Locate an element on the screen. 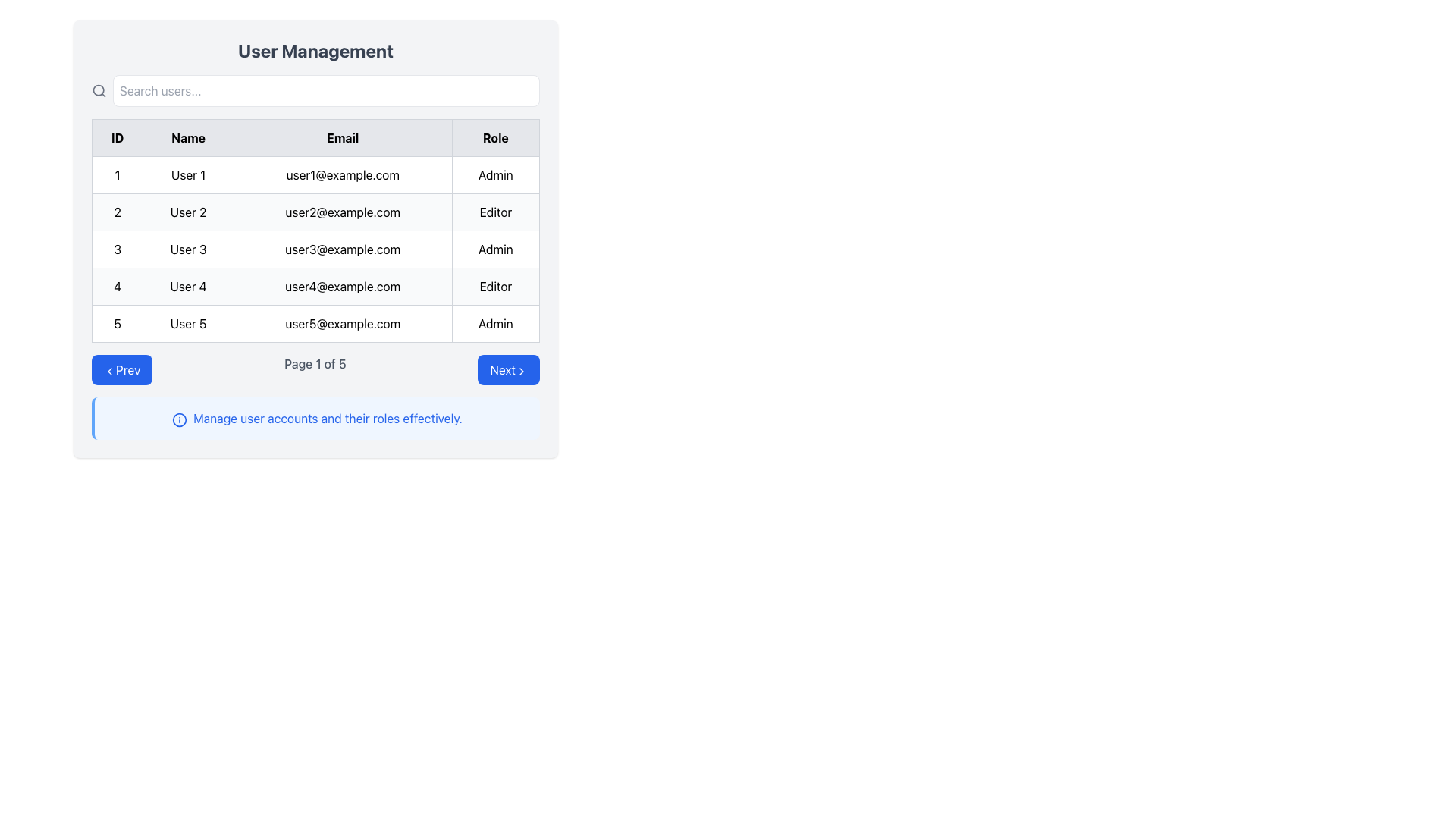 The height and width of the screenshot is (819, 1456). the text label displaying the numerical character '2' in the 'ID' column of the user data table for 'User 2' is located at coordinates (117, 212).